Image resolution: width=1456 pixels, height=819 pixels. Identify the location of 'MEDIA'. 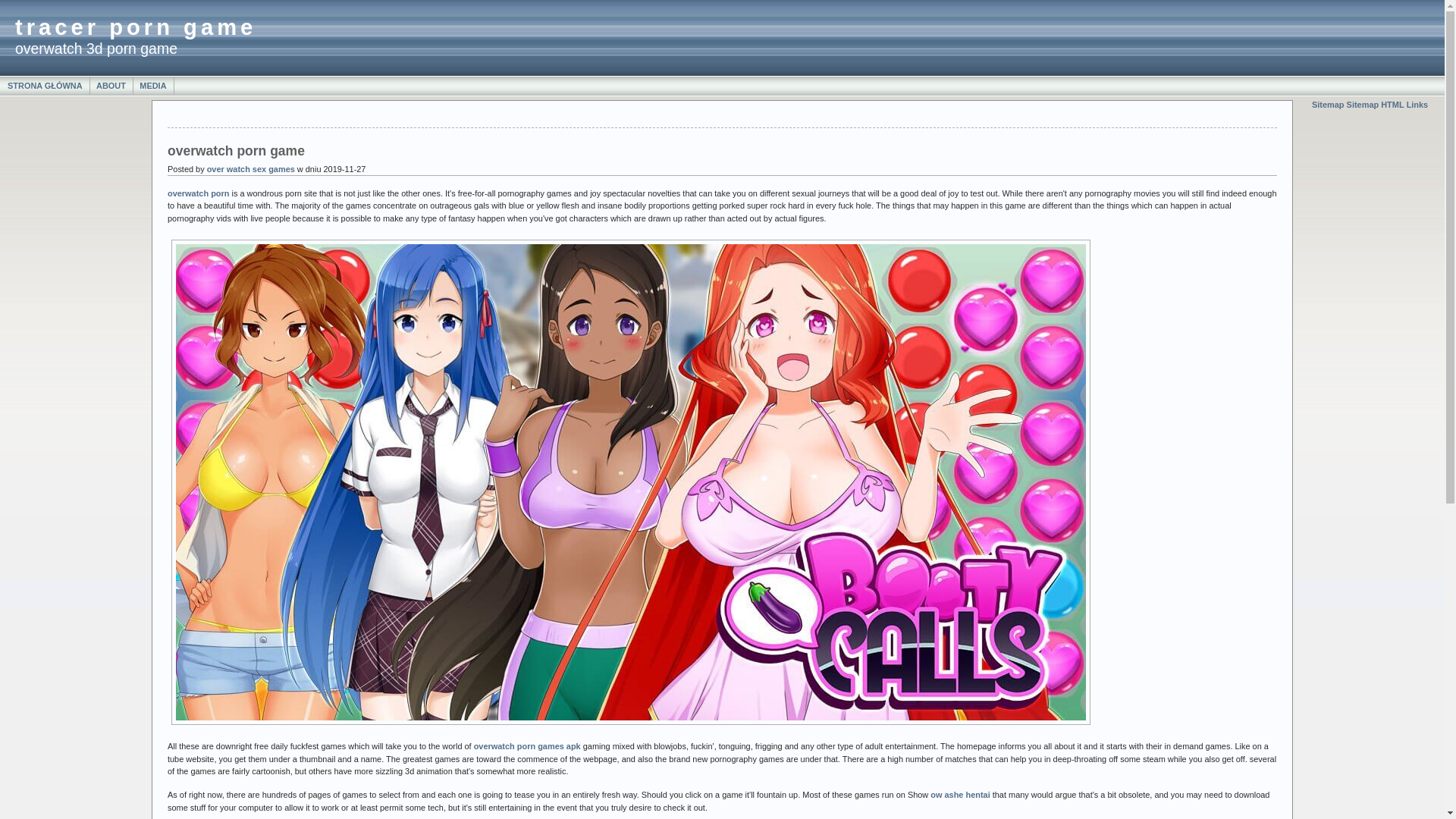
(152, 85).